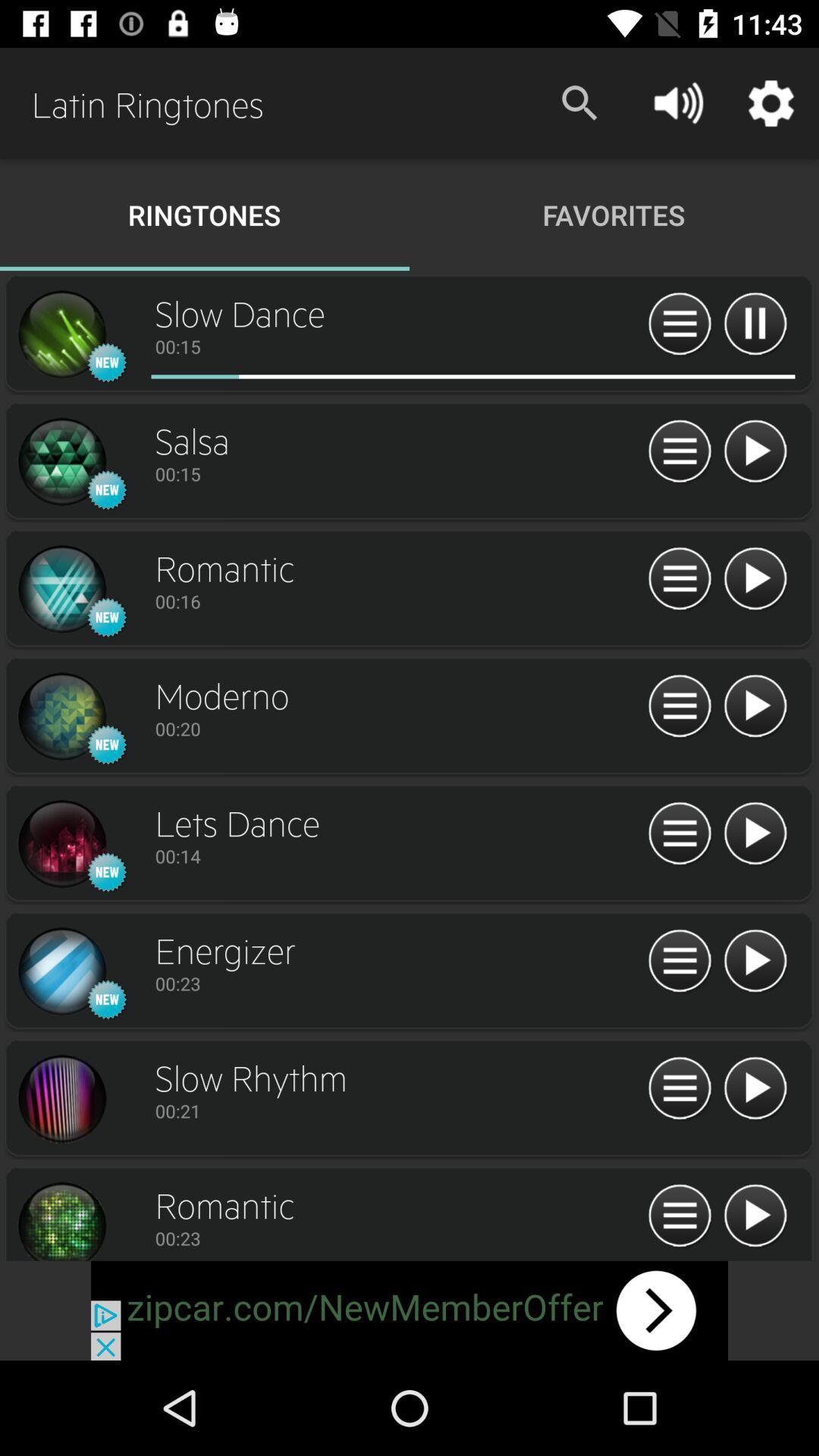 This screenshot has width=819, height=1456. What do you see at coordinates (61, 588) in the screenshot?
I see `selecticon which is before romantic on the page` at bounding box center [61, 588].